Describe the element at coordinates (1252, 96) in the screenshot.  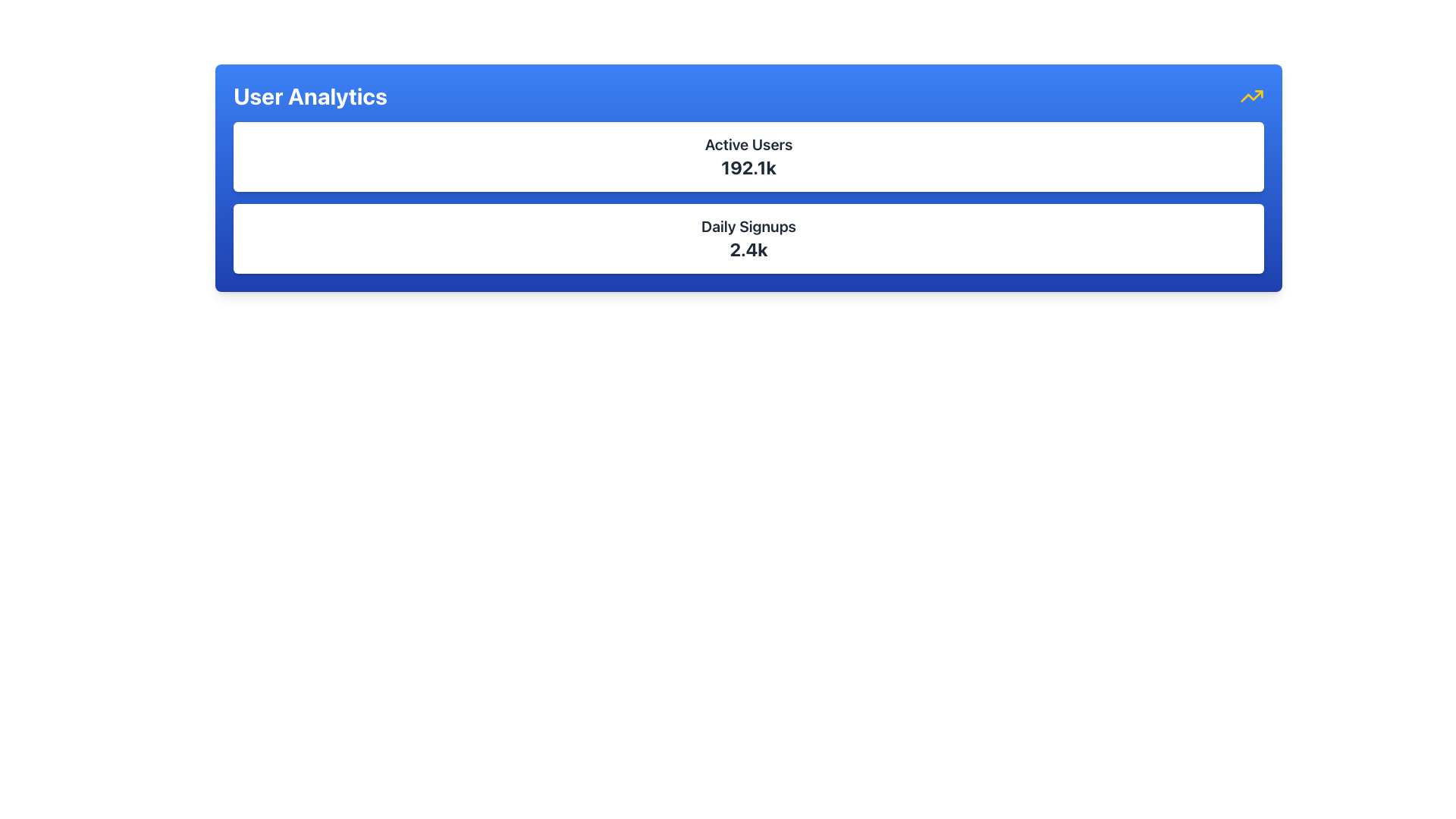
I see `the icon representing analytical growth or trend information located at the top-right corner of the 'User Analytics' section header` at that location.